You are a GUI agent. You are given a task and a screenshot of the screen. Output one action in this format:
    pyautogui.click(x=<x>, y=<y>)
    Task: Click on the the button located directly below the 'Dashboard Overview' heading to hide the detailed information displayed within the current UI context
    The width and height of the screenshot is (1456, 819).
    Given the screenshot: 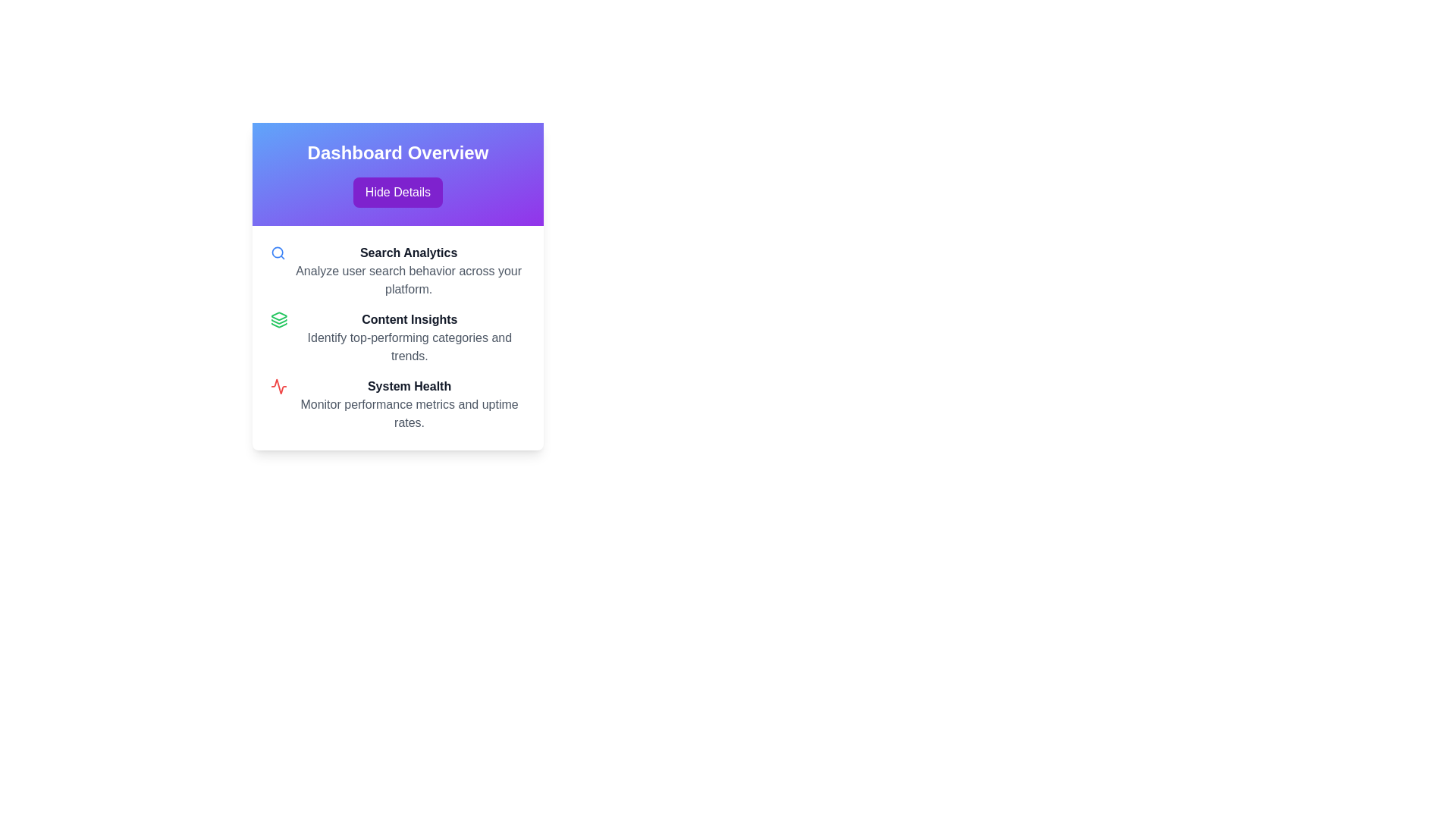 What is the action you would take?
    pyautogui.click(x=397, y=192)
    